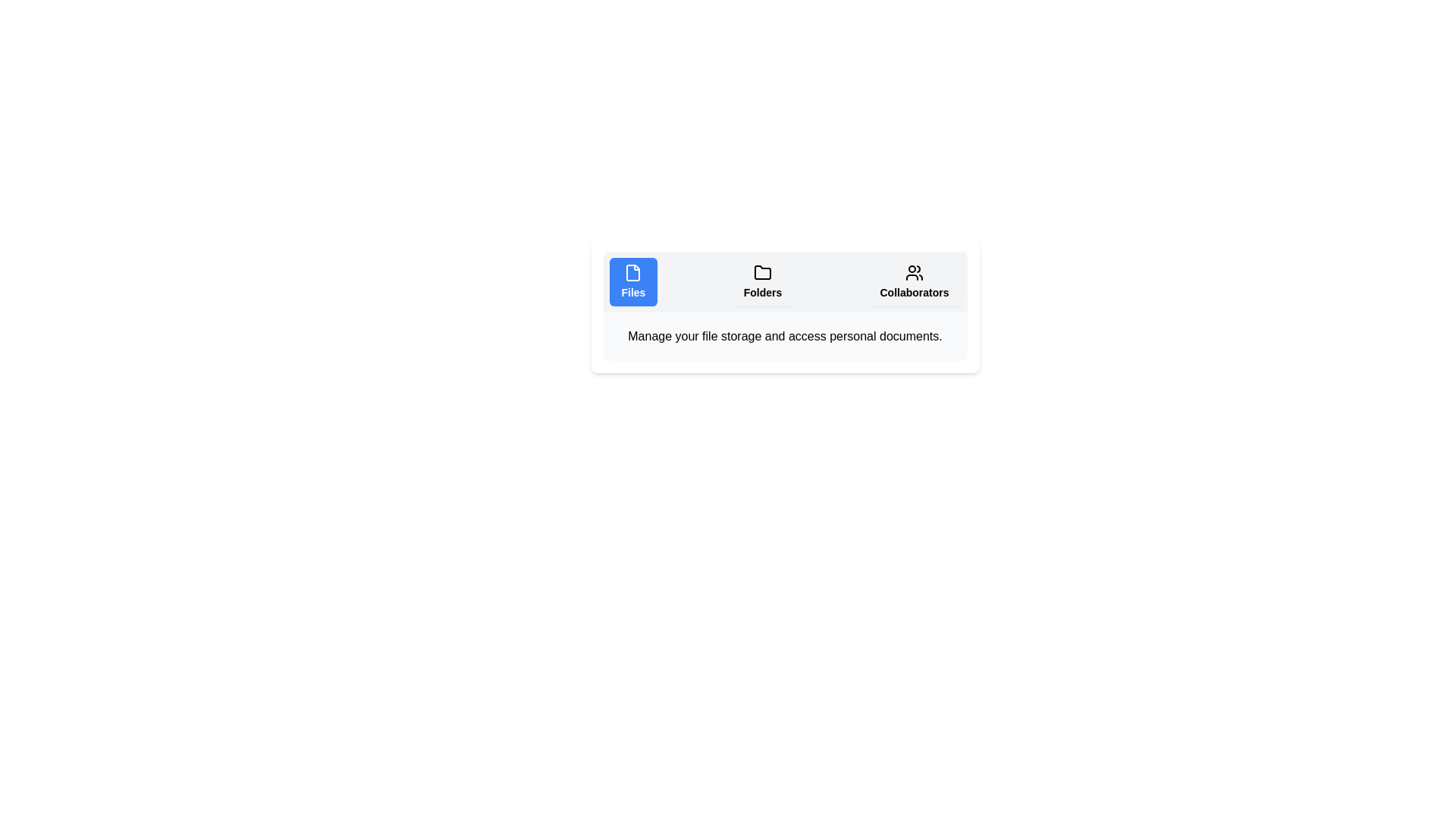 The height and width of the screenshot is (819, 1456). I want to click on the Collaborators tab to display its content description, so click(913, 281).